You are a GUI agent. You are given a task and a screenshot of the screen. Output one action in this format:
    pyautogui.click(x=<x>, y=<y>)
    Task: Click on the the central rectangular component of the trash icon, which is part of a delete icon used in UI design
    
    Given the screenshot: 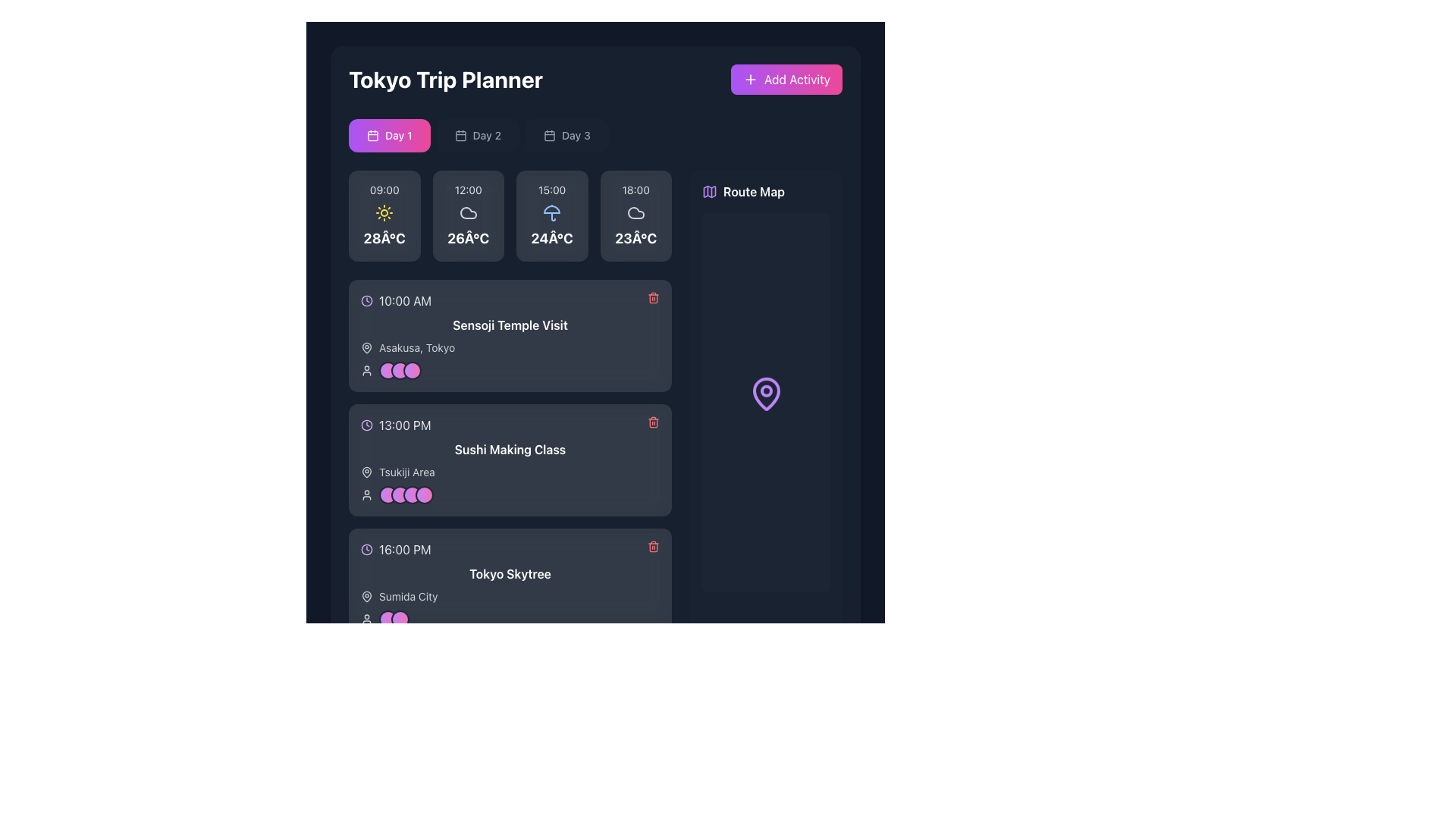 What is the action you would take?
    pyautogui.click(x=654, y=298)
    